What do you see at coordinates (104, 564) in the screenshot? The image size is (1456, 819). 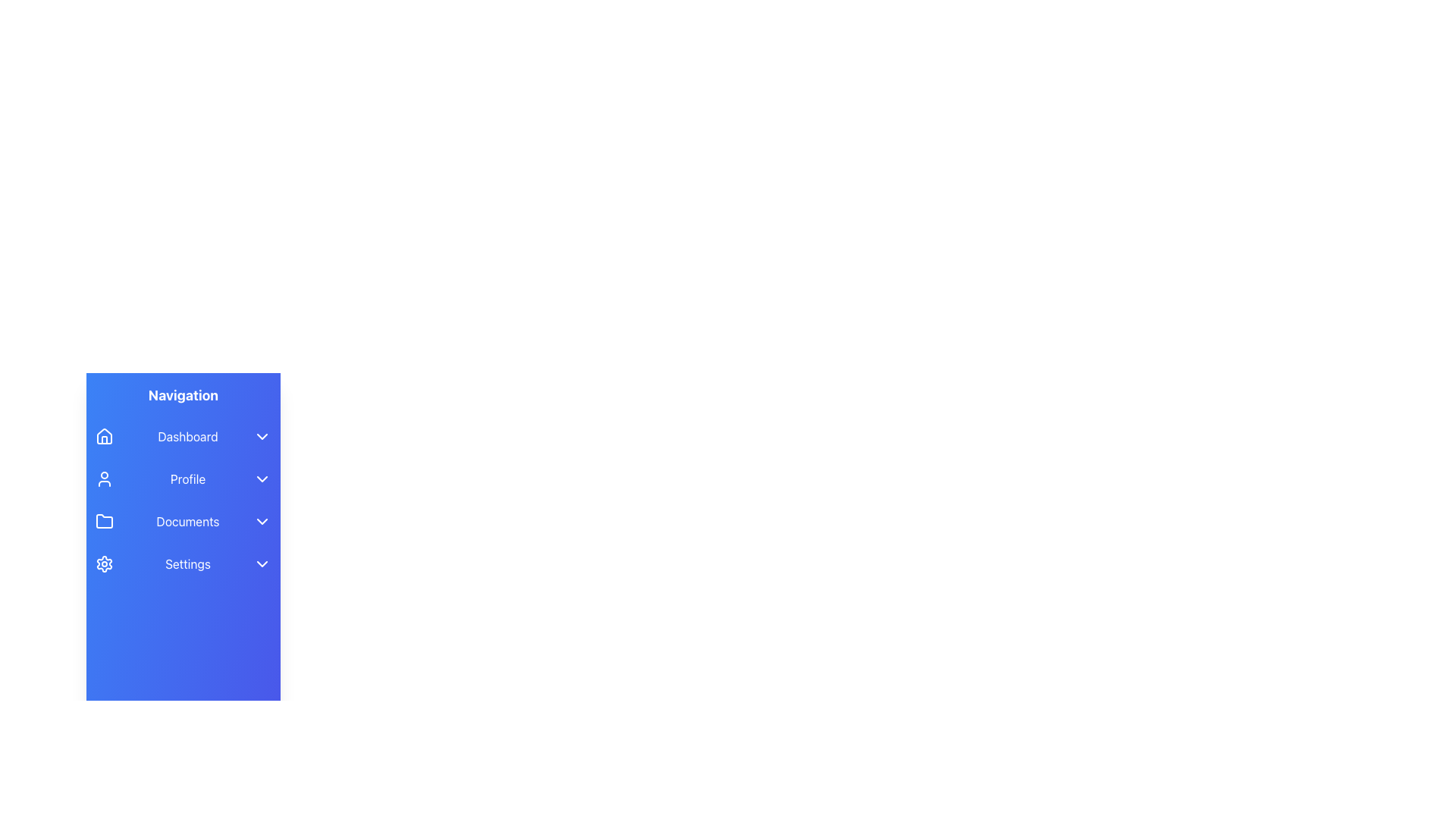 I see `the cogwheel icon located in the vertical navigation menu, which is directly to the left of the 'Settings' text label` at bounding box center [104, 564].